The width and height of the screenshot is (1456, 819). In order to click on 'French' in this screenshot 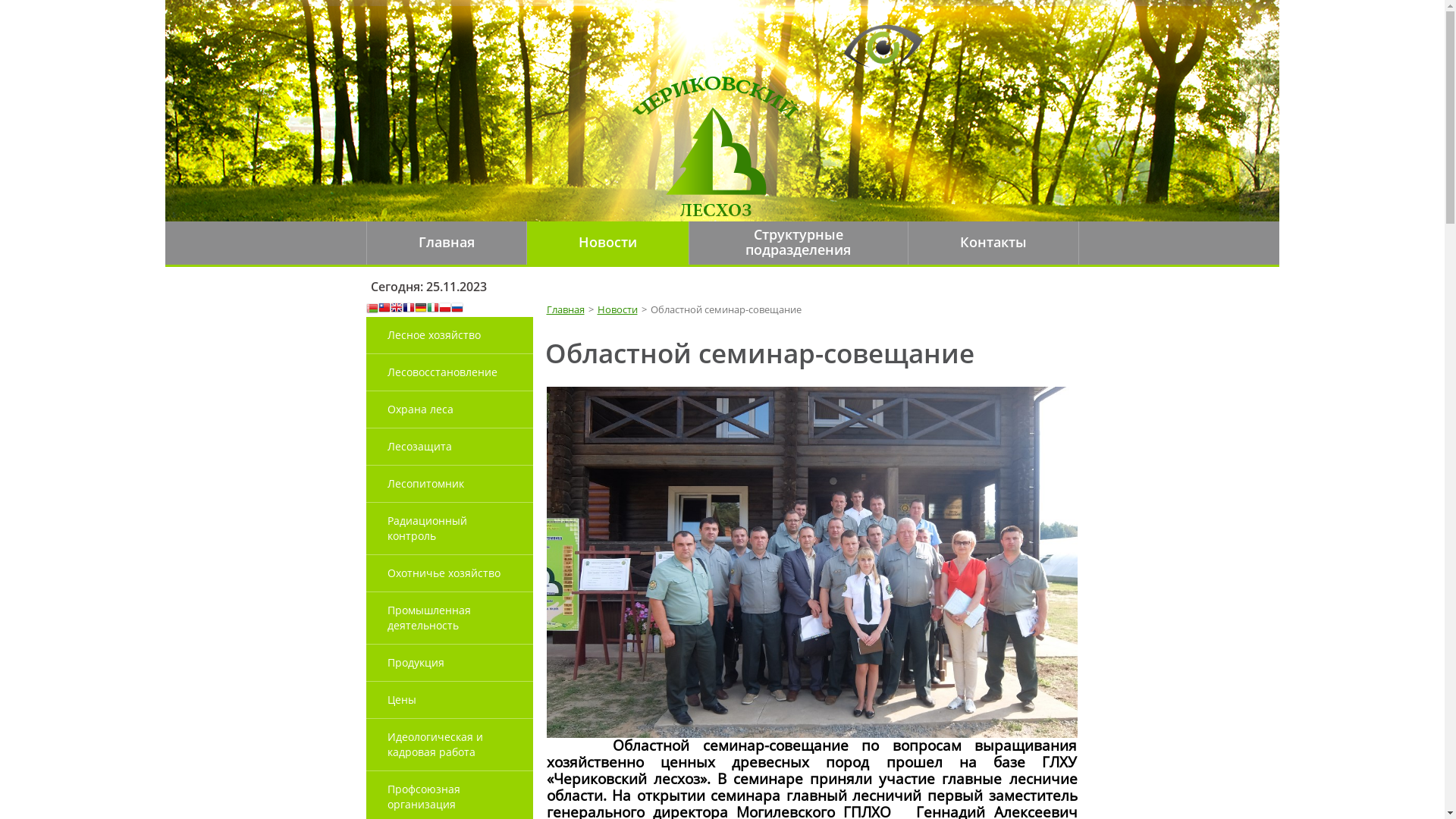, I will do `click(407, 308)`.